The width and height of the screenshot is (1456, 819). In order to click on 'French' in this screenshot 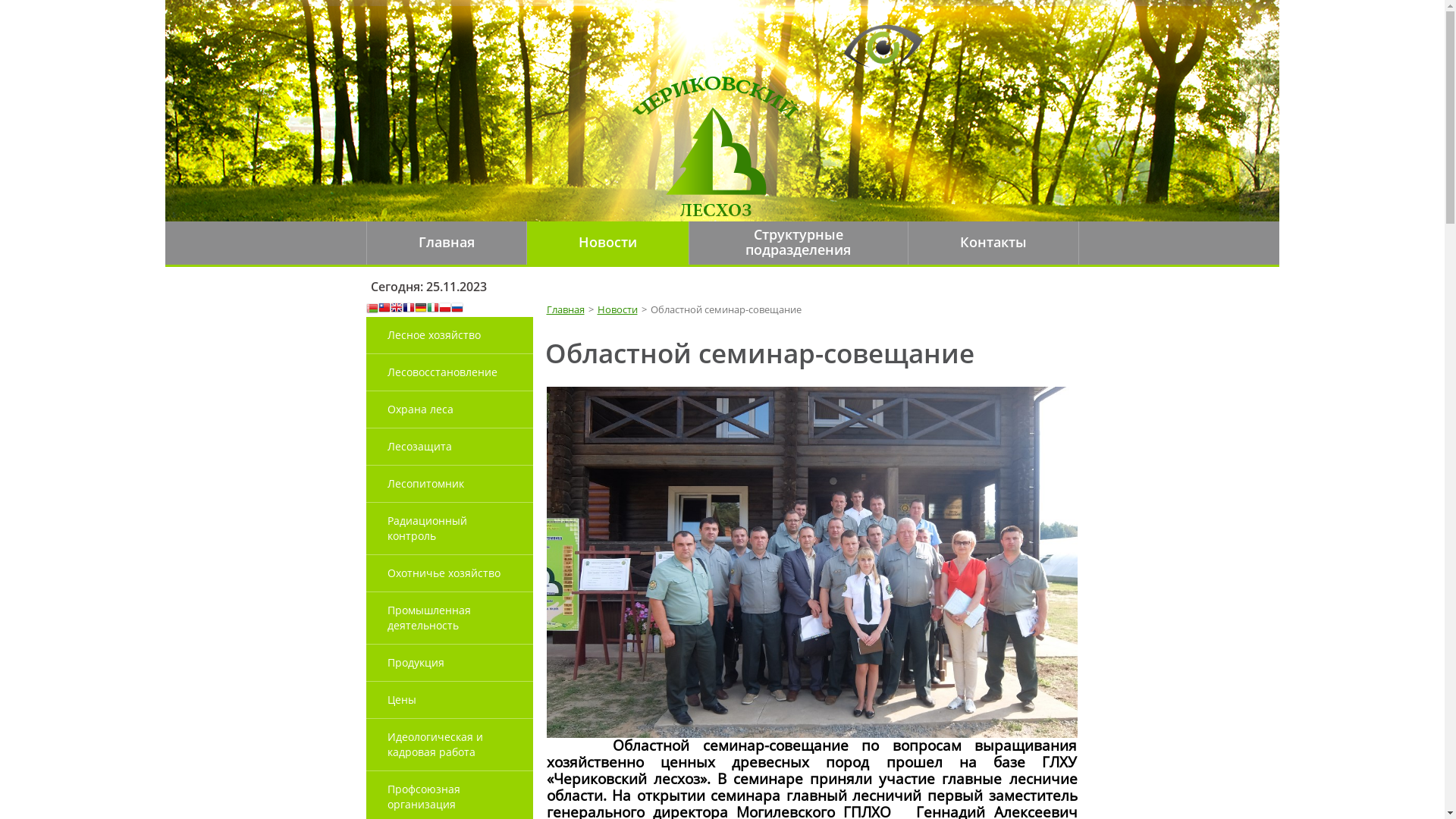, I will do `click(407, 308)`.